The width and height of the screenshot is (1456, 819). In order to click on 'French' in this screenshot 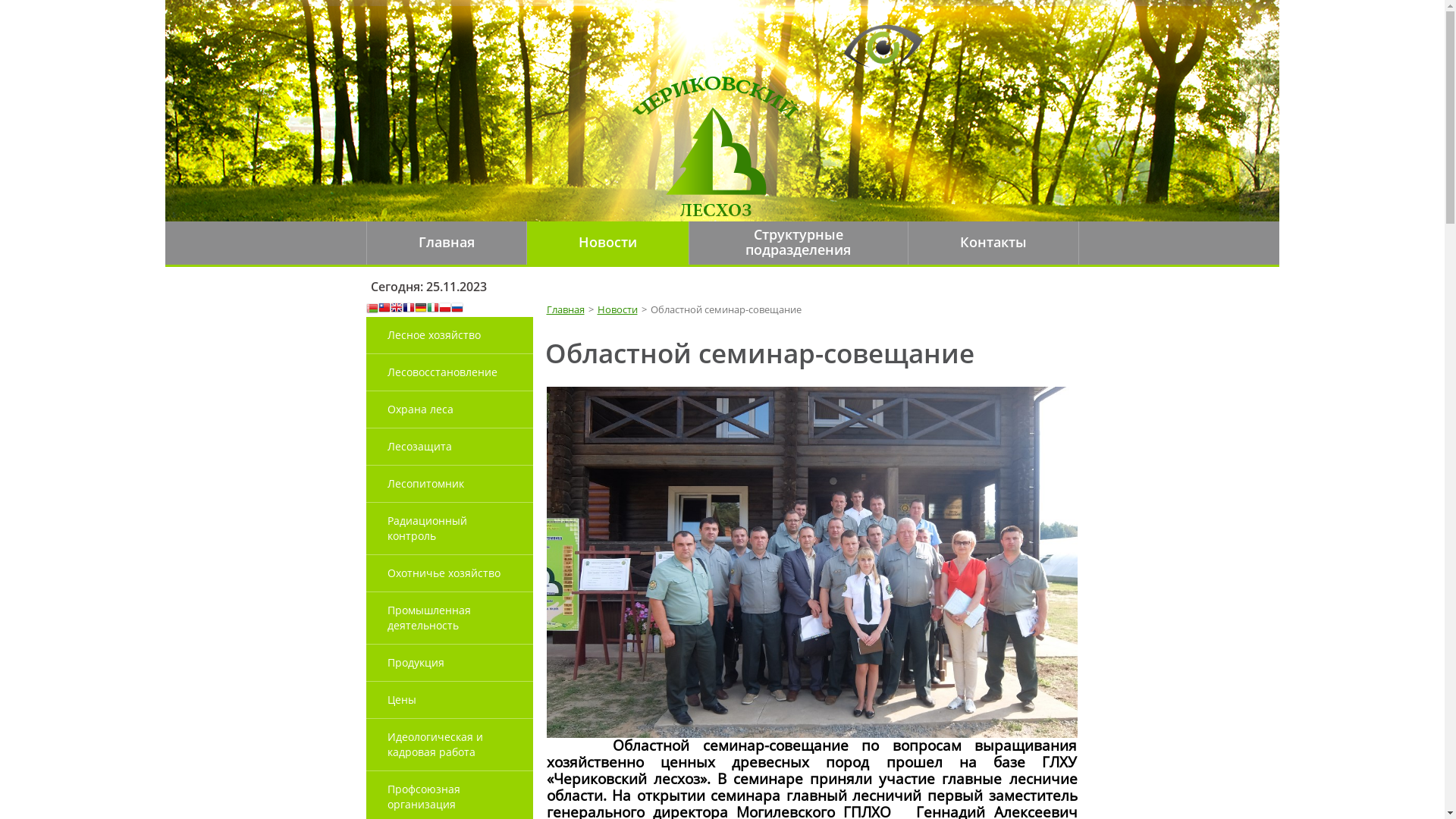, I will do `click(407, 308)`.